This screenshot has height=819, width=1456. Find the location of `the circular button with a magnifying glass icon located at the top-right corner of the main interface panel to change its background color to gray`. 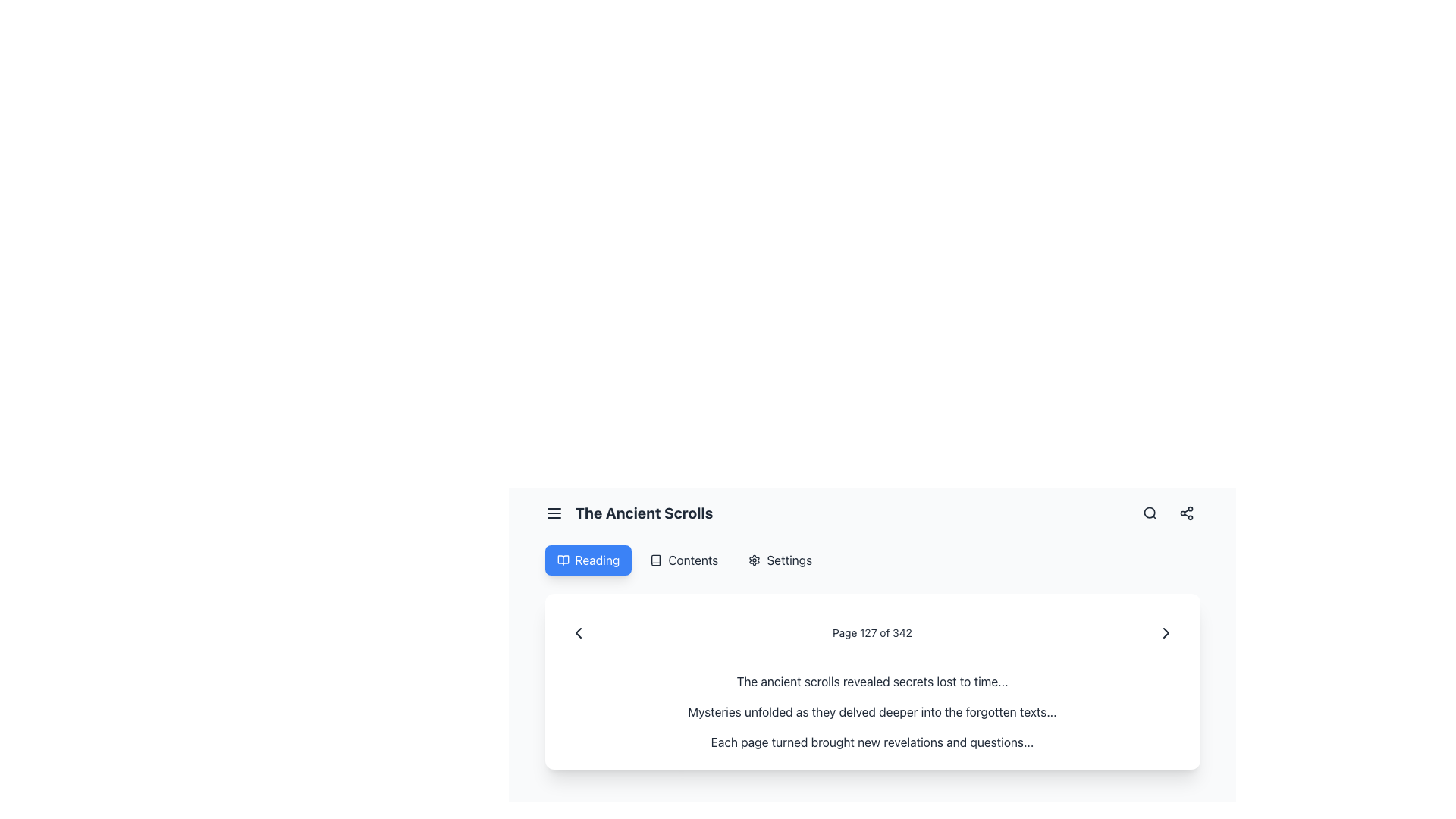

the circular button with a magnifying glass icon located at the top-right corner of the main interface panel to change its background color to gray is located at coordinates (1150, 513).